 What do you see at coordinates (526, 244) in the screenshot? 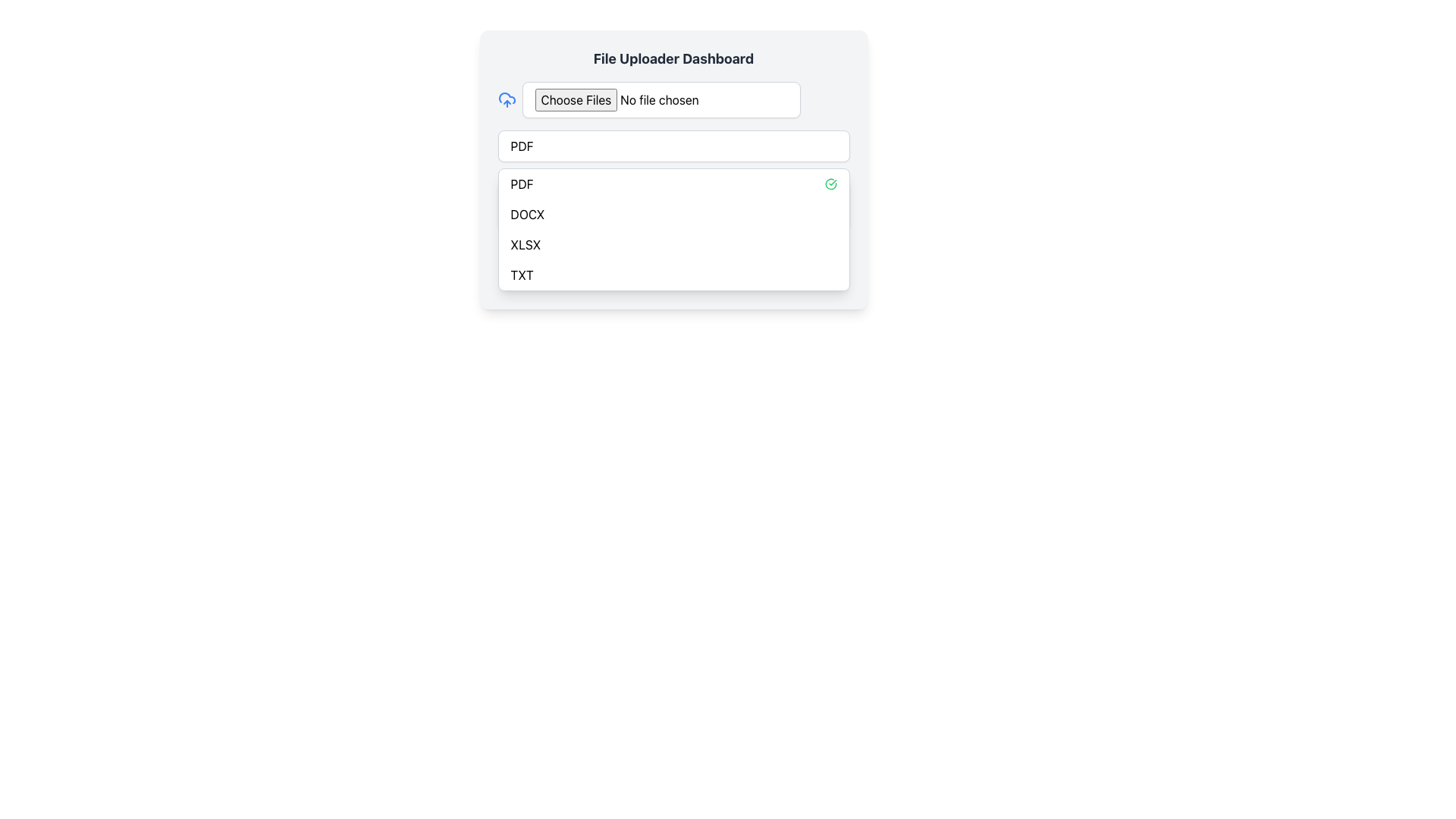
I see `the text label for the XLSX option in the dropdown list under the file uploader interface` at bounding box center [526, 244].